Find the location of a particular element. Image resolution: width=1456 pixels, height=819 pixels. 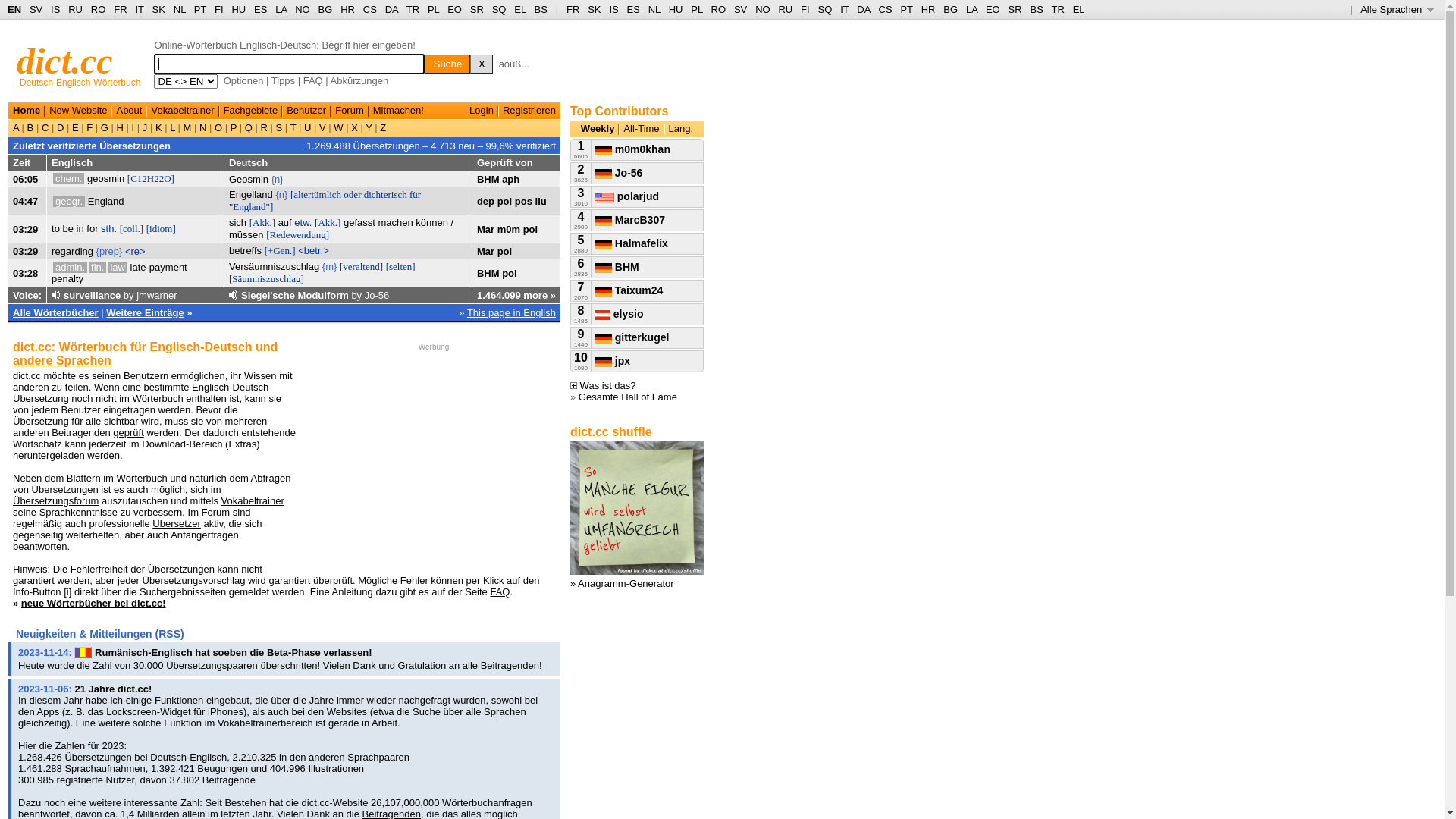

'NL' is located at coordinates (174, 9).